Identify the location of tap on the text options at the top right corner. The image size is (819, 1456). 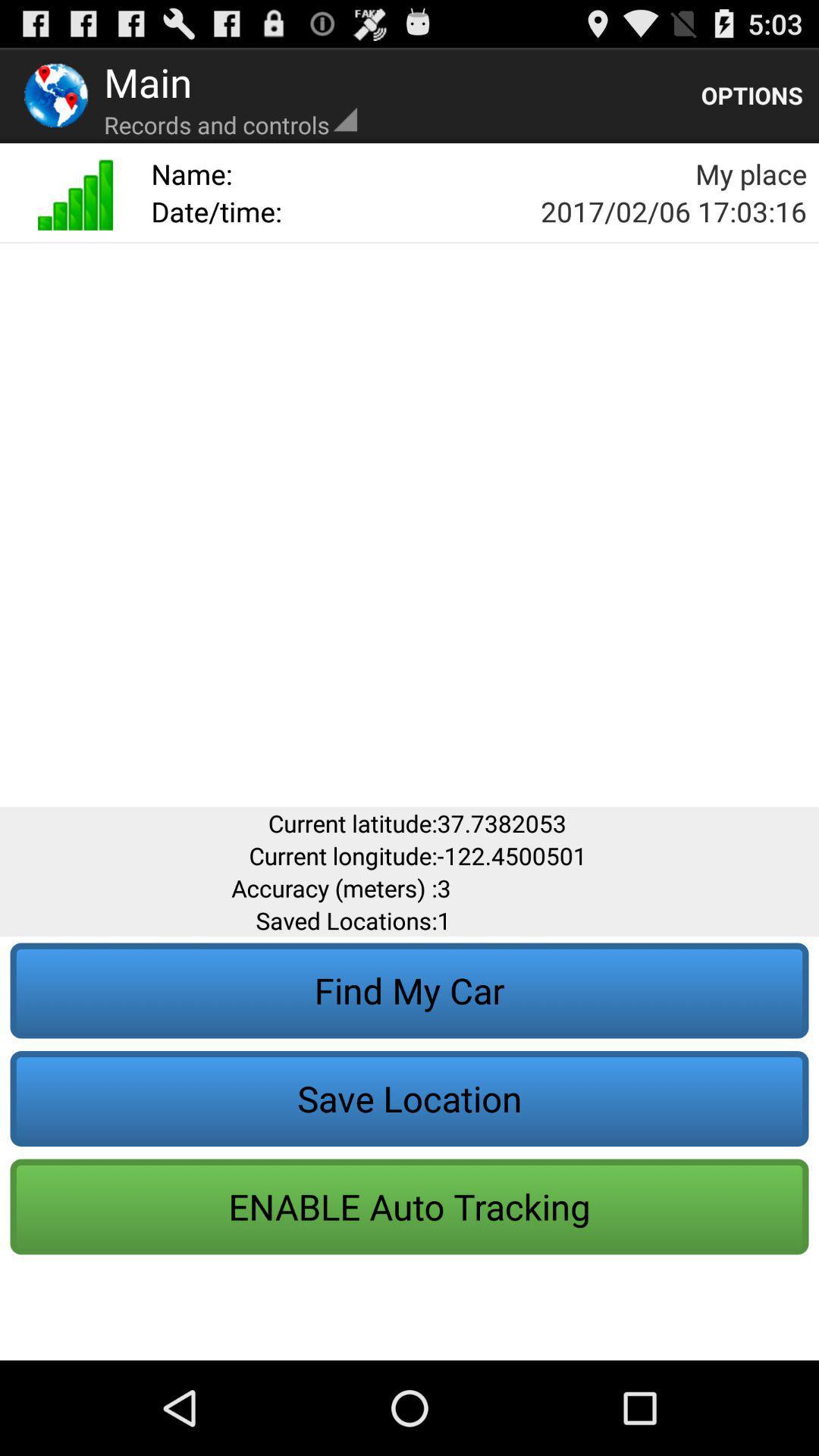
(752, 94).